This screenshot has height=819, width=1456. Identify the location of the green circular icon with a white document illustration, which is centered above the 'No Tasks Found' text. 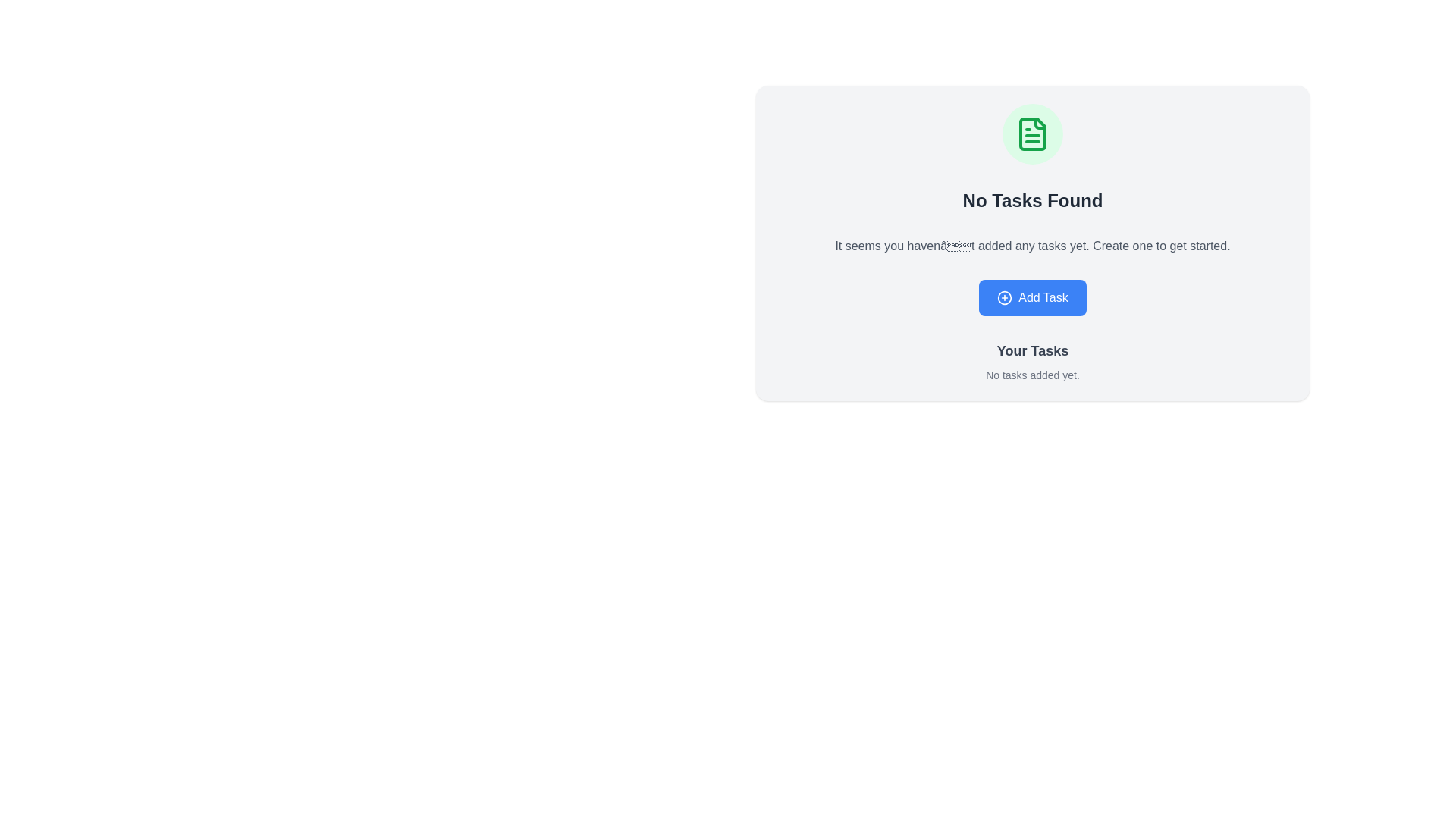
(1032, 133).